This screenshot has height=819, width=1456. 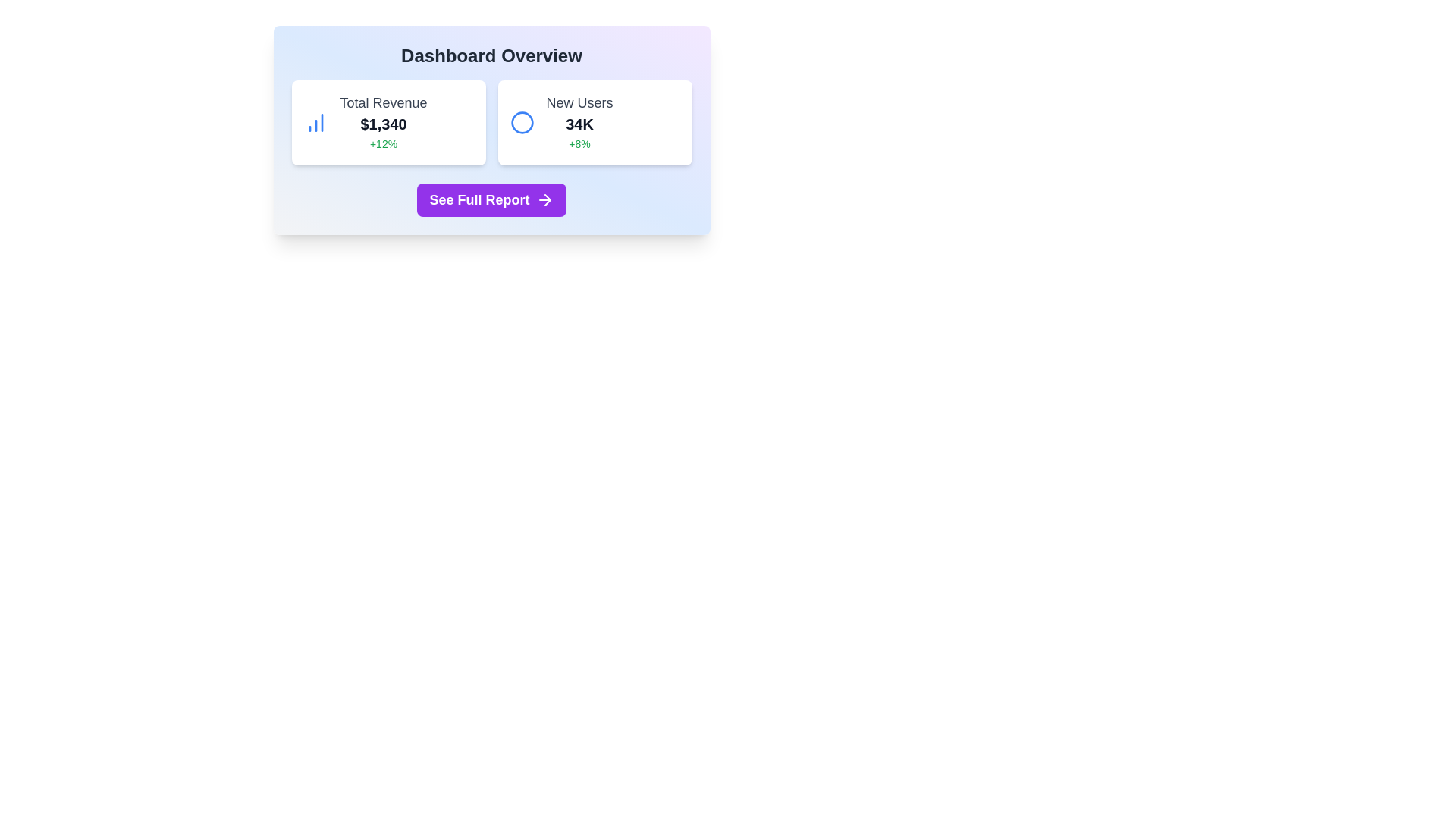 What do you see at coordinates (594, 122) in the screenshot?
I see `the data presented on the summary metric card that displays new users and growth percentage, located to the right of the 'Total Revenue' card in the 'Dashboard Overview'` at bounding box center [594, 122].